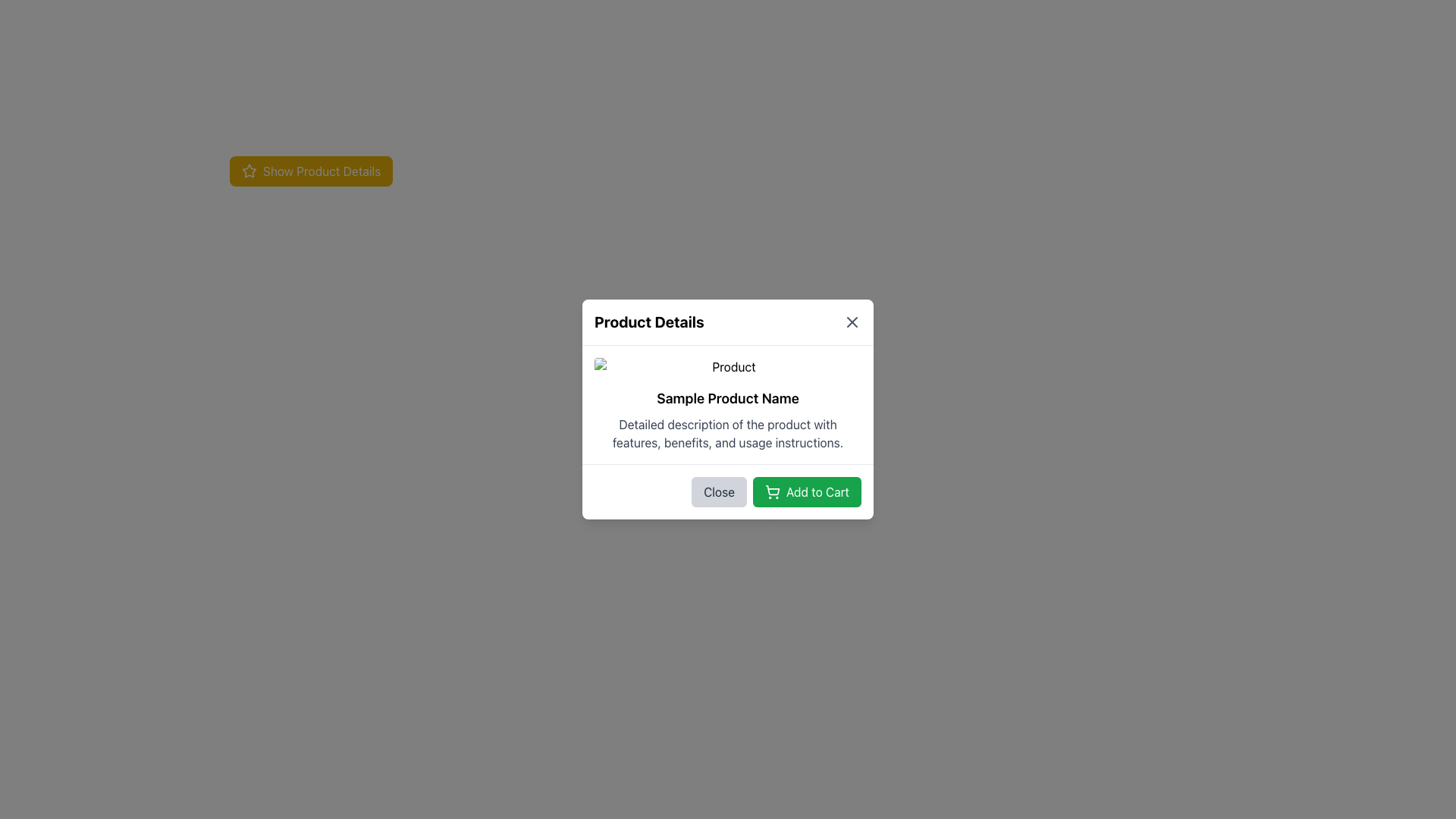 The image size is (1456, 819). What do you see at coordinates (806, 491) in the screenshot?
I see `the 'Add to Cart' button with a green background and white text located in the bottom-right corner of the 'Product Details' modal dialog` at bounding box center [806, 491].